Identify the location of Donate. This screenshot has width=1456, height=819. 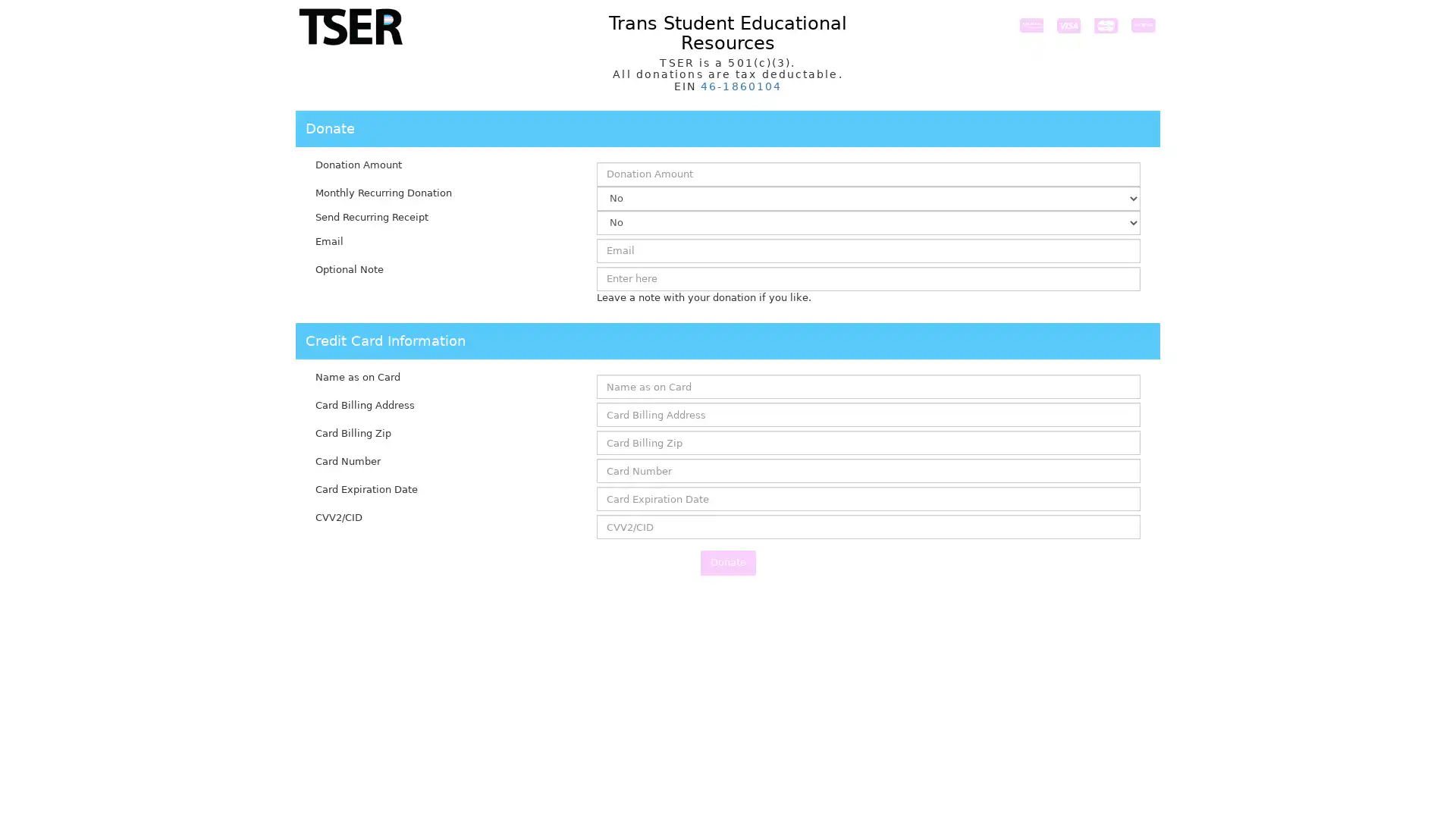
(726, 562).